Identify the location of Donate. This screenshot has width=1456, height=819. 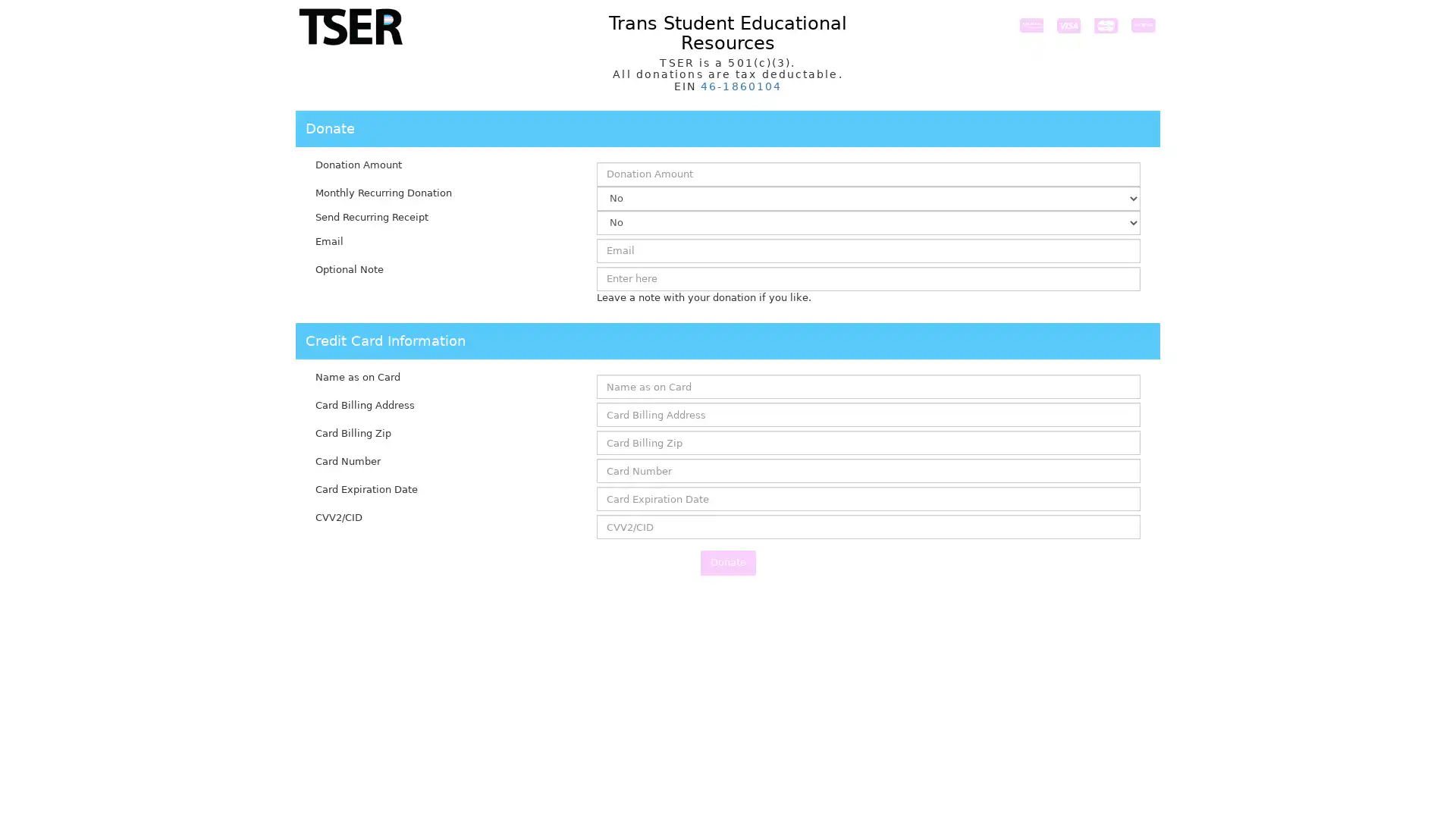
(726, 562).